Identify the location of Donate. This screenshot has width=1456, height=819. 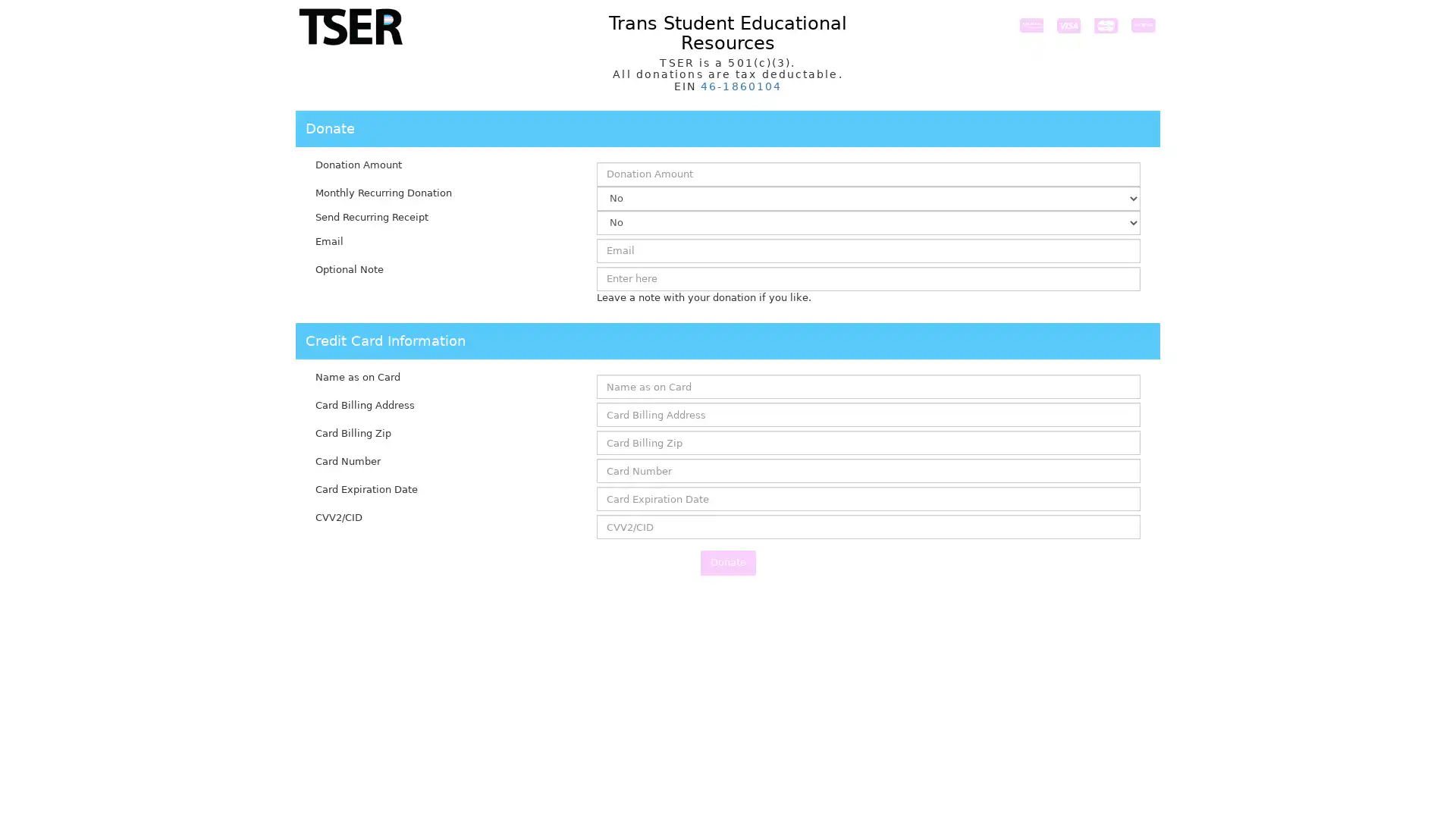
(726, 562).